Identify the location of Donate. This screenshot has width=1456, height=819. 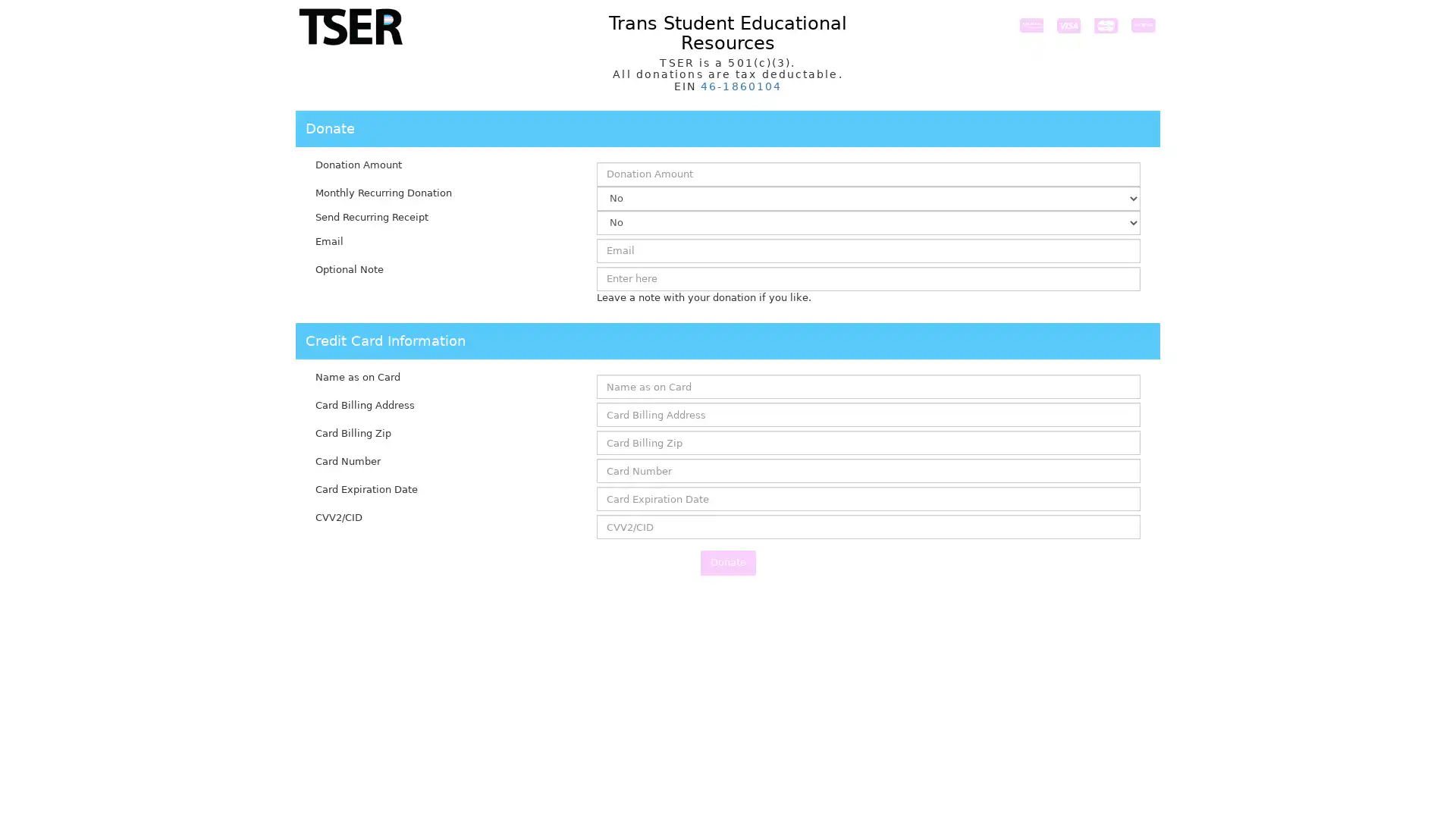
(726, 562).